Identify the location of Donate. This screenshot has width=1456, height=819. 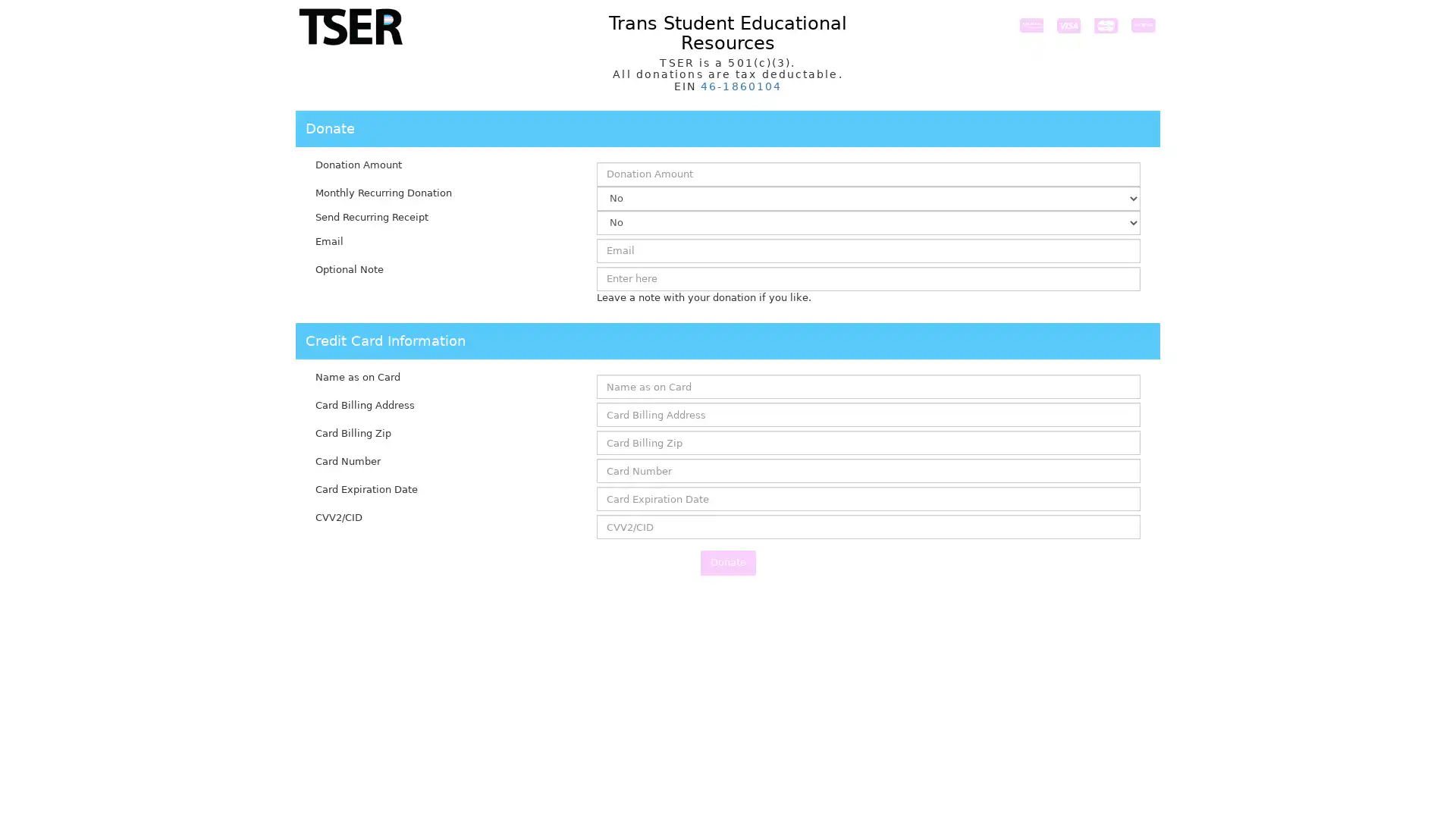
(726, 562).